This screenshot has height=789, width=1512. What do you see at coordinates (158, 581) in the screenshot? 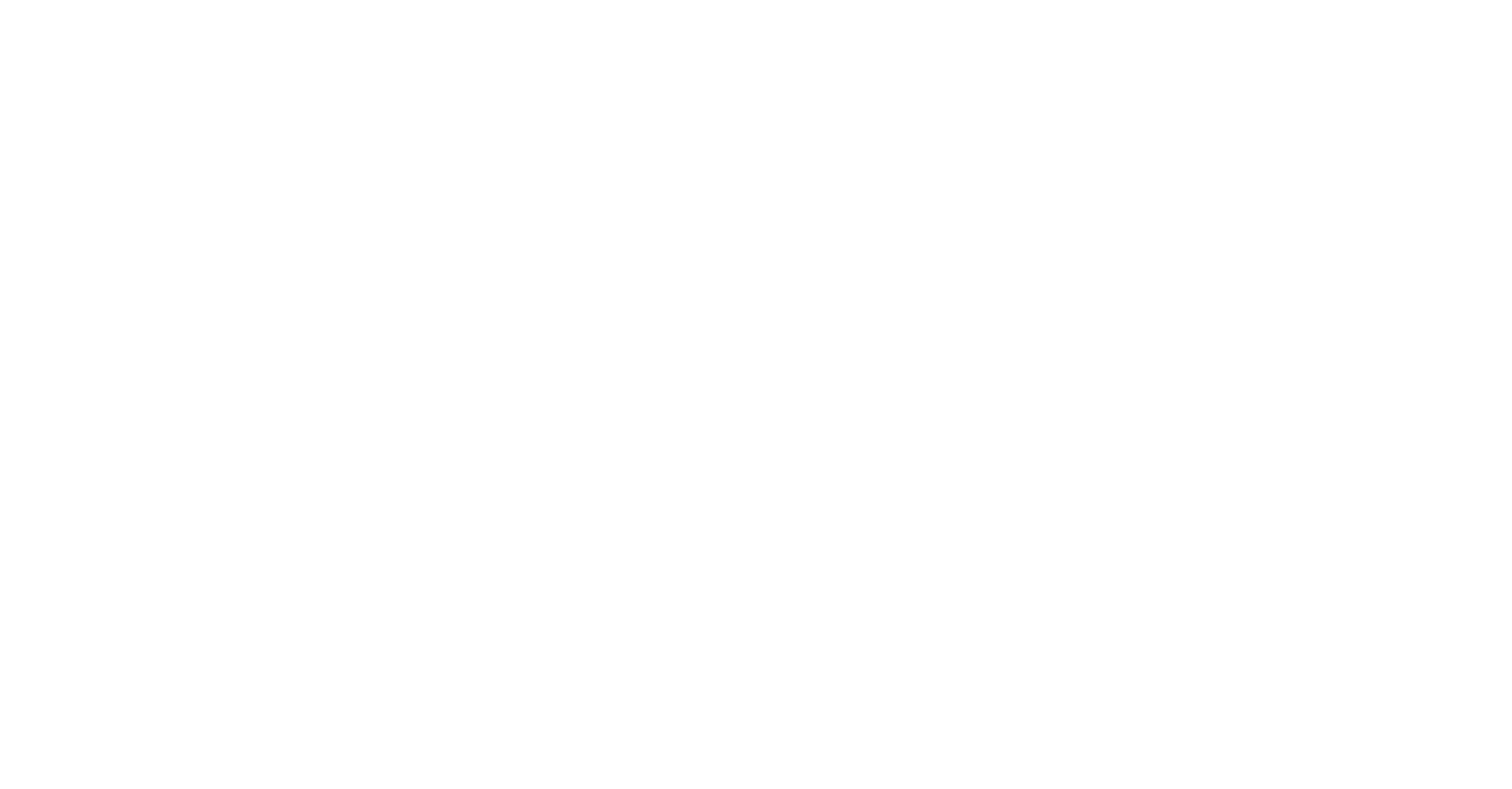
I see `'Land der erfolgreichen Innovatoren zu sein,'` at bounding box center [158, 581].